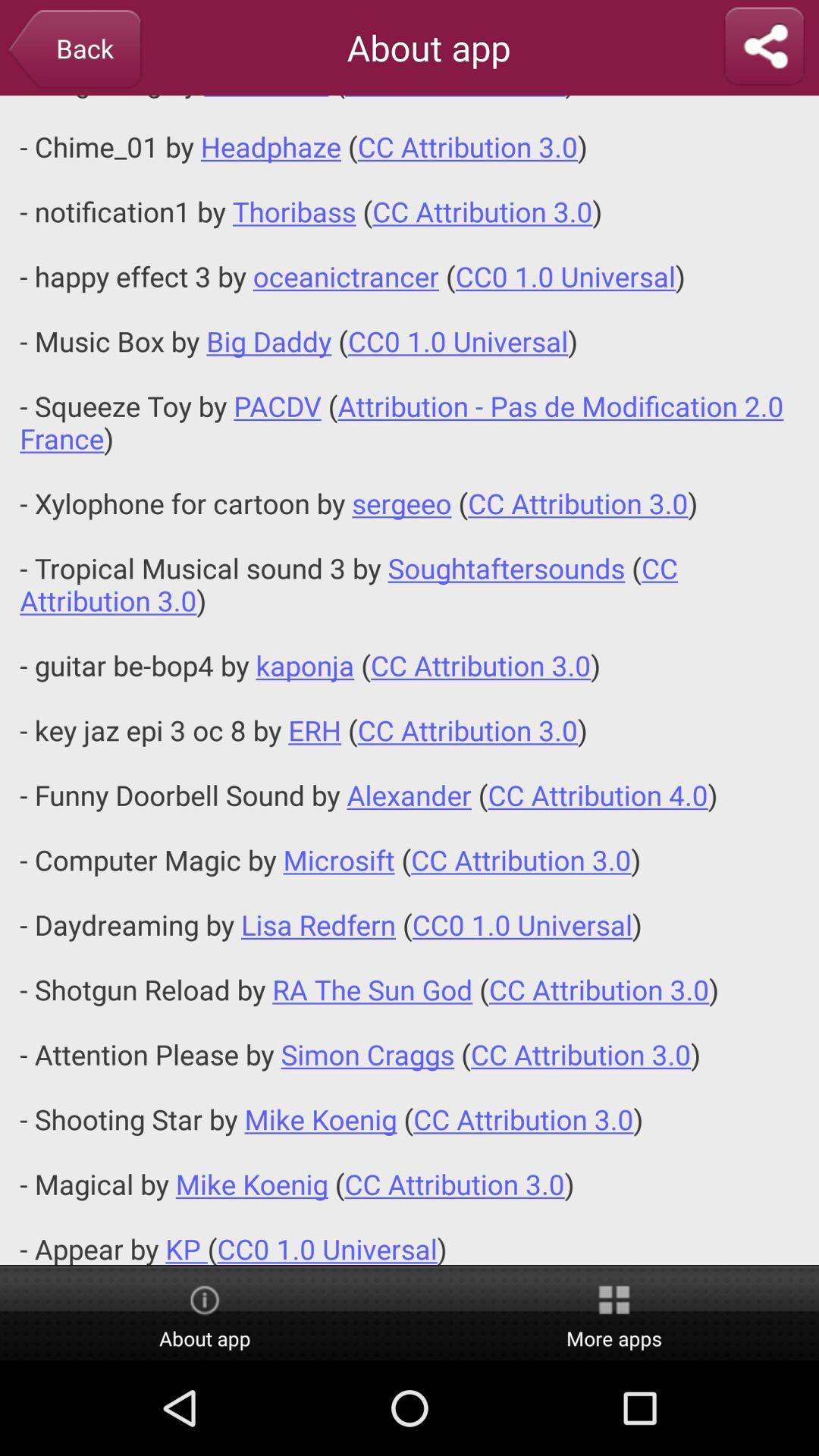 This screenshot has height=1456, width=819. What do you see at coordinates (764, 47) in the screenshot?
I see `the item next to the about app` at bounding box center [764, 47].